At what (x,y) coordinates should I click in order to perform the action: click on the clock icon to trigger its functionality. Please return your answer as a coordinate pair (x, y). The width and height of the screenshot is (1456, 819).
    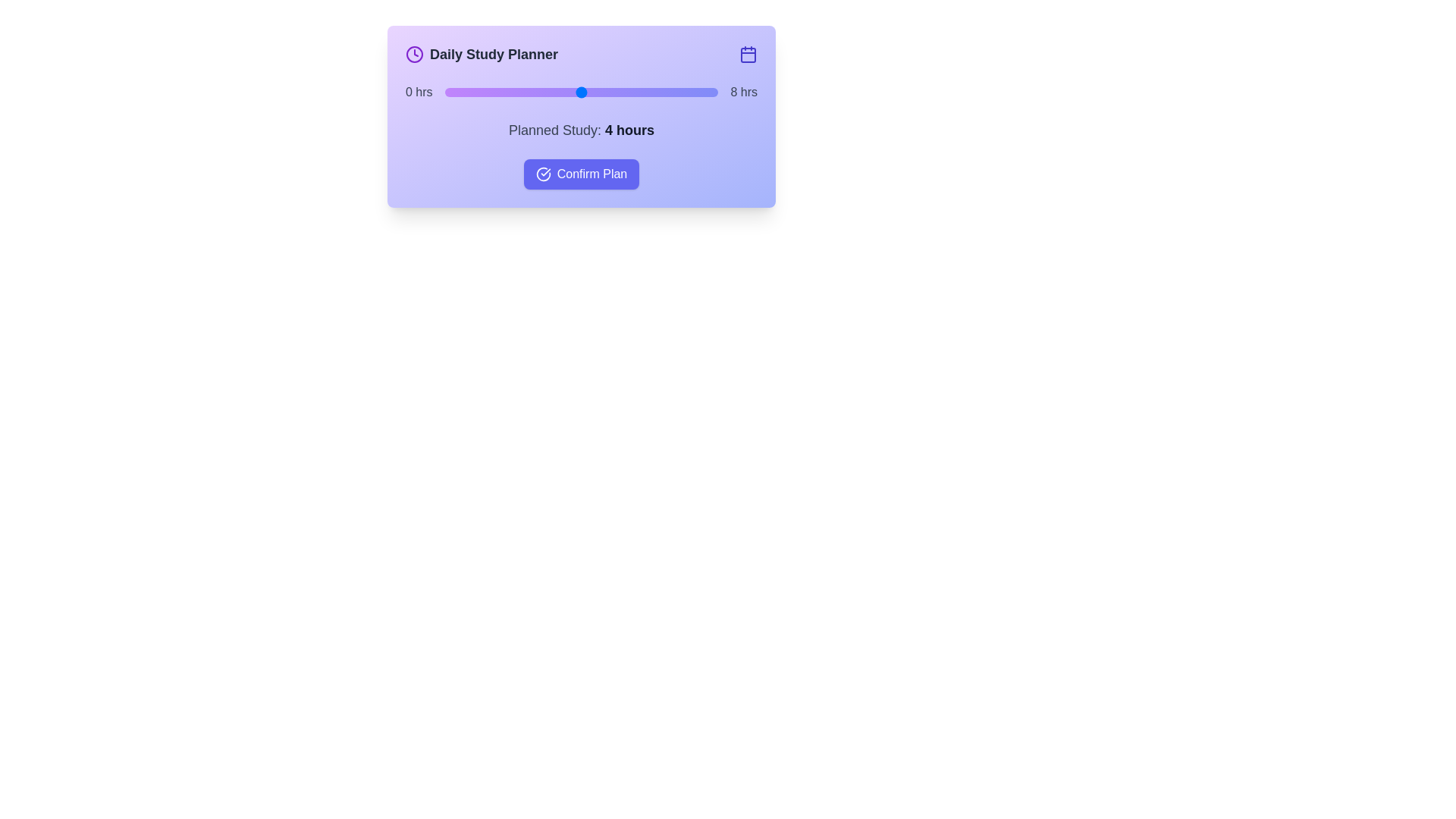
    Looking at the image, I should click on (415, 54).